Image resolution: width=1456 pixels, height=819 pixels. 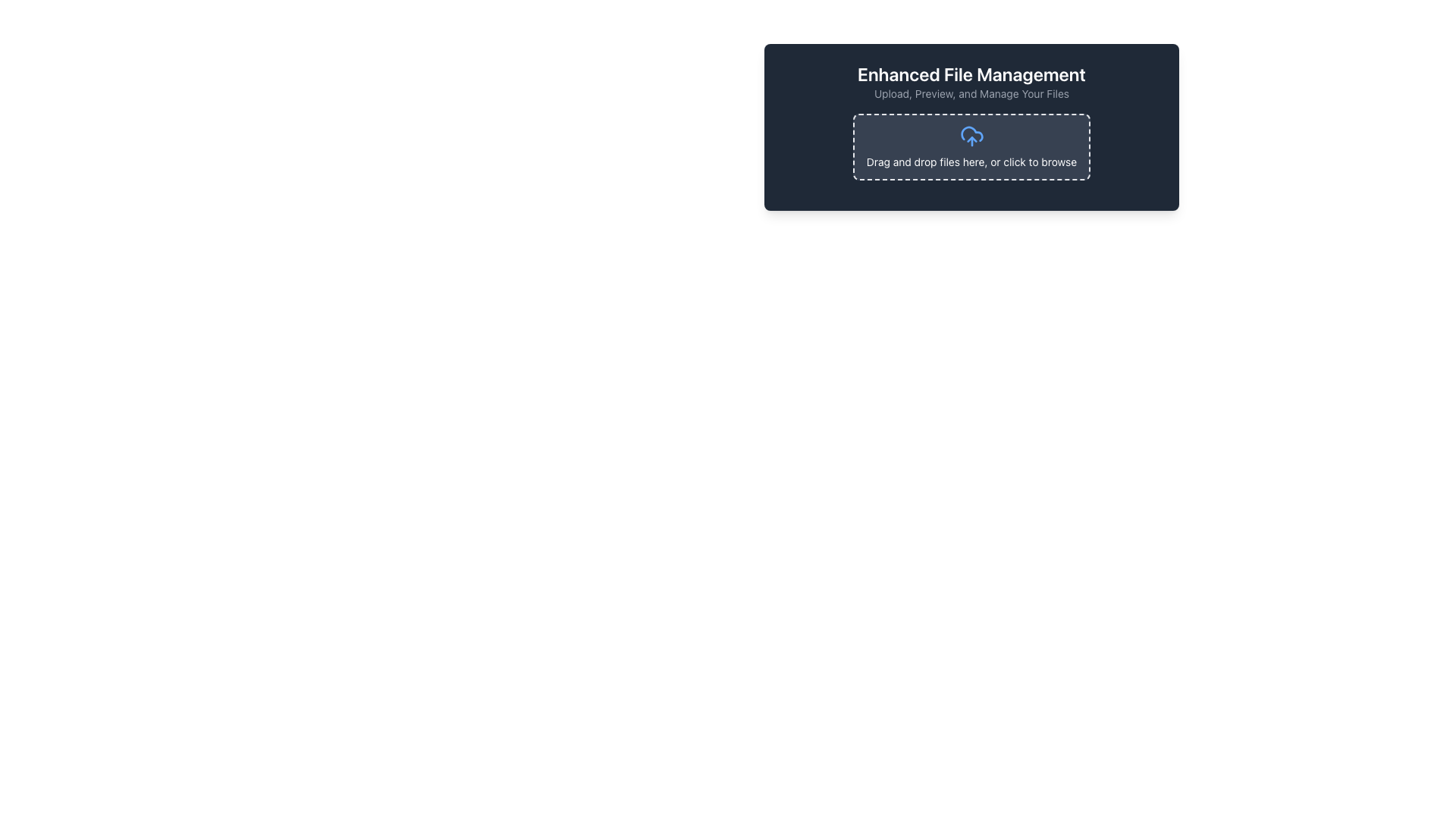 What do you see at coordinates (971, 152) in the screenshot?
I see `the interactive file upload area with a dashed border and a blue cloud upload icon to observe hover effects` at bounding box center [971, 152].